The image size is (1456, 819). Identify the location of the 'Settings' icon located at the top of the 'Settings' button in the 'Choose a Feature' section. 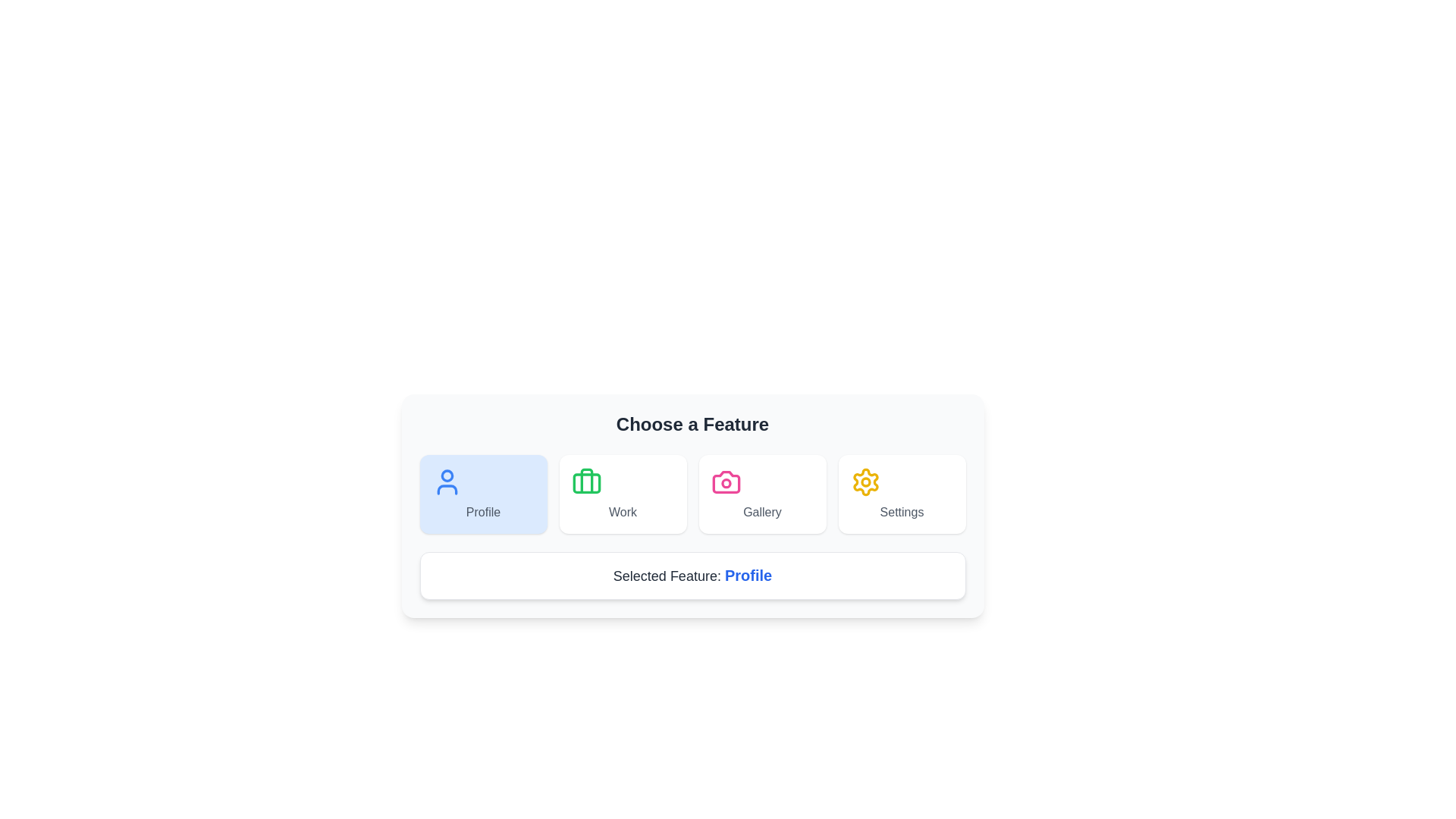
(865, 482).